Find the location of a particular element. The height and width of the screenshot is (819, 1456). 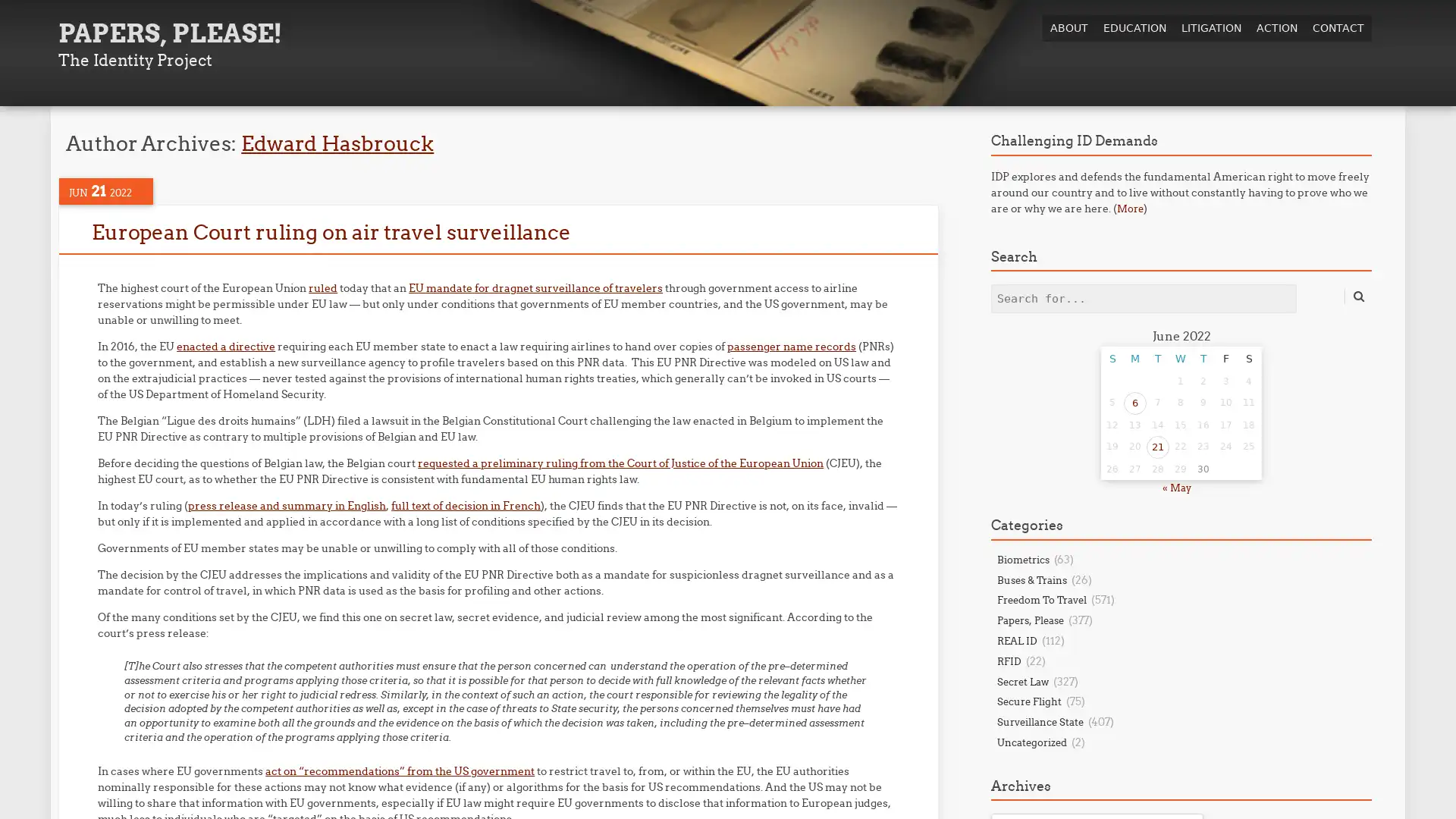

Search is located at coordinates (1357, 296).